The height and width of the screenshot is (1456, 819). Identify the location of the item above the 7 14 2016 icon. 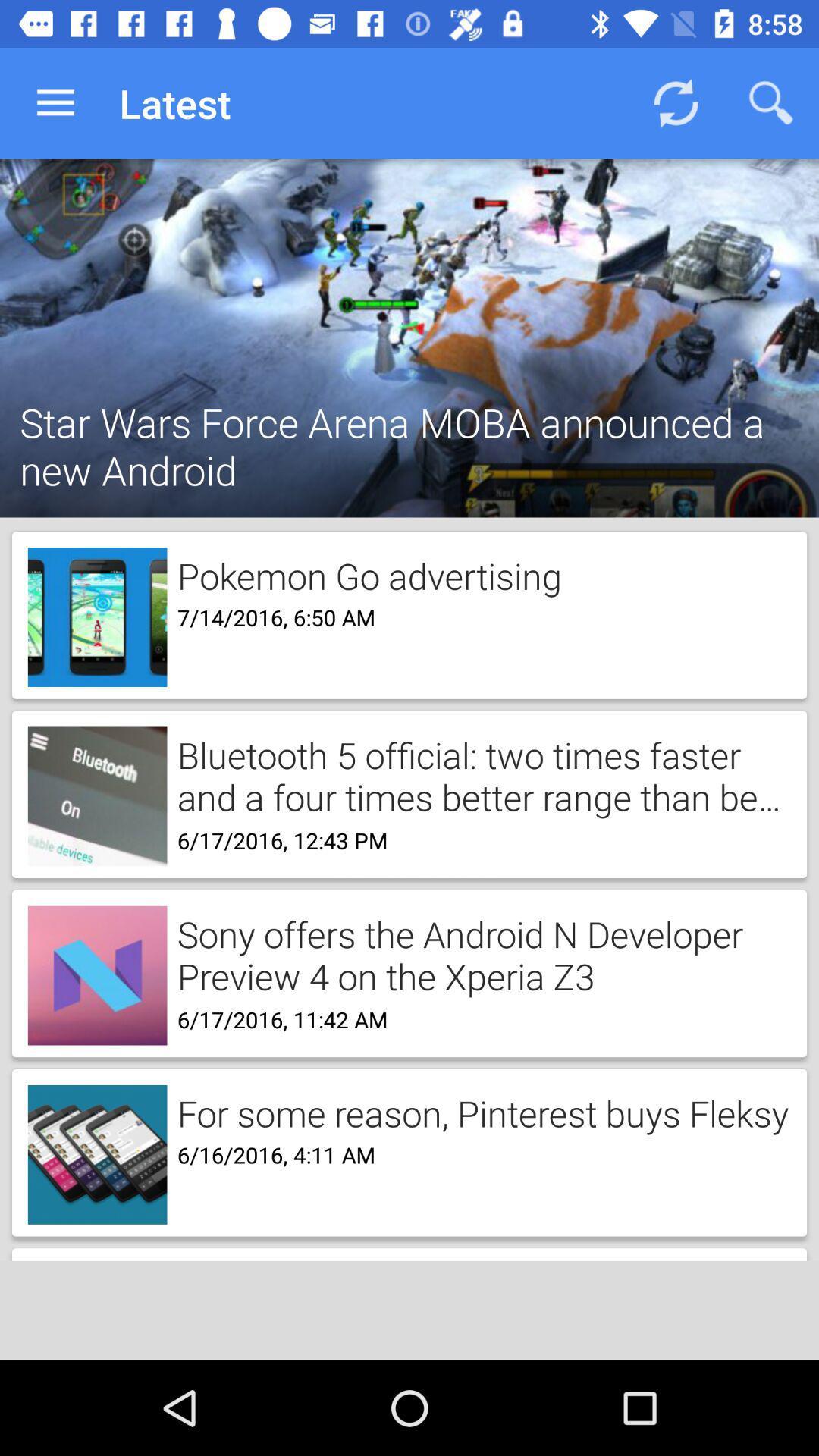
(364, 573).